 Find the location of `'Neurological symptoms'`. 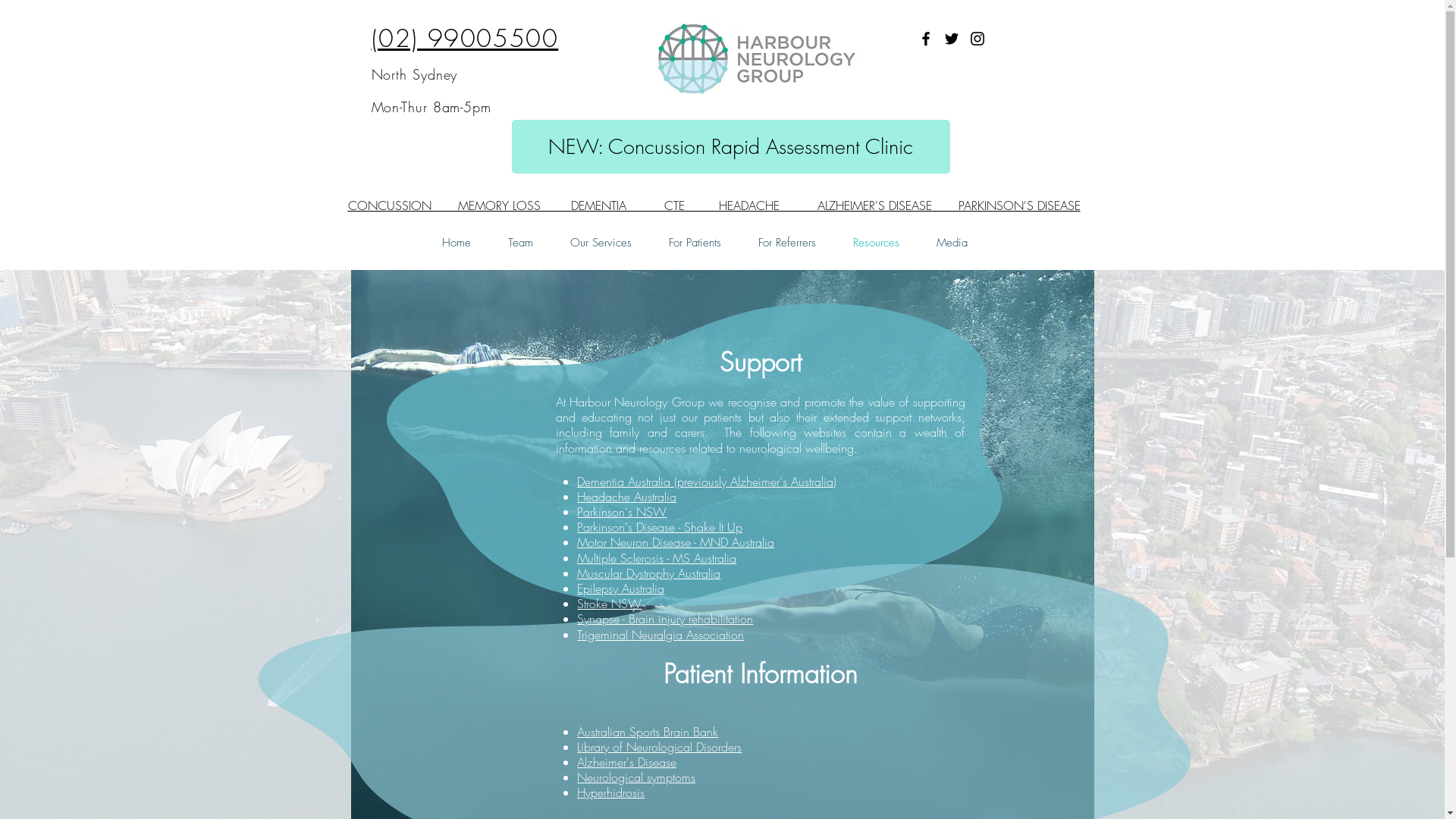

'Neurological symptoms' is located at coordinates (576, 777).